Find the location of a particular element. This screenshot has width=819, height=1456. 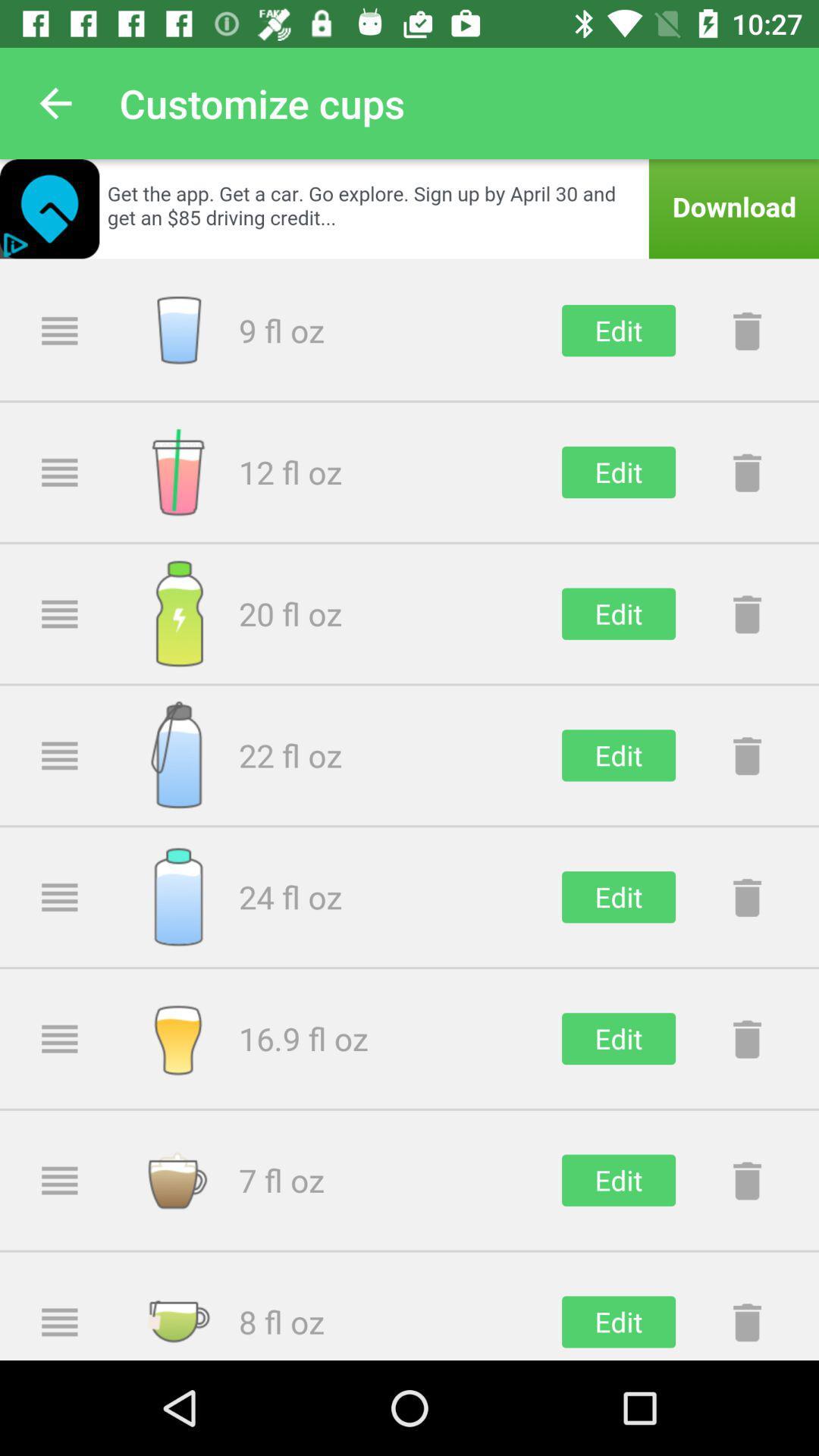

delete is located at coordinates (746, 1179).